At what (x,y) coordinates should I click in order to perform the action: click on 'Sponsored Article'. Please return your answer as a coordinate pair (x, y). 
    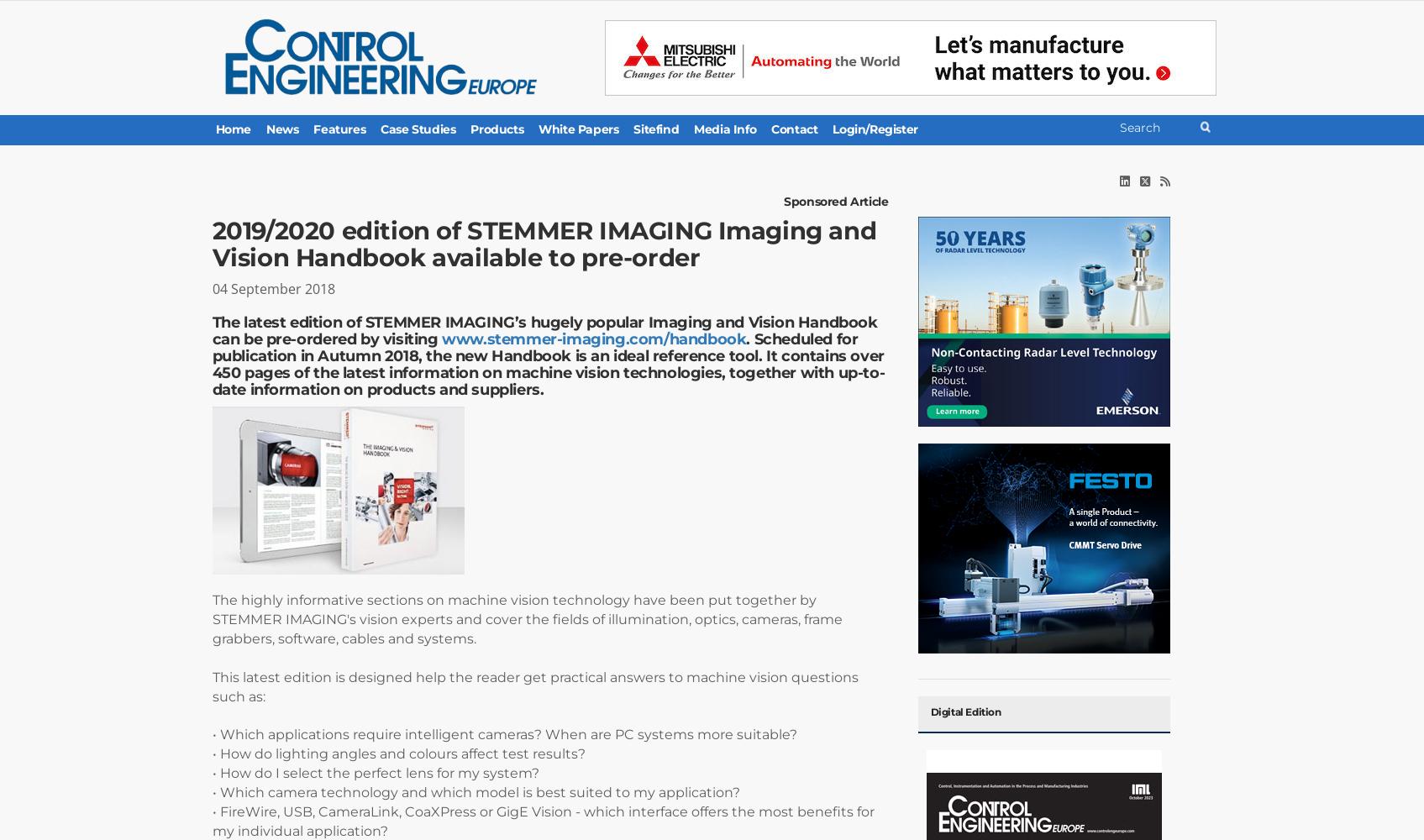
    Looking at the image, I should click on (783, 201).